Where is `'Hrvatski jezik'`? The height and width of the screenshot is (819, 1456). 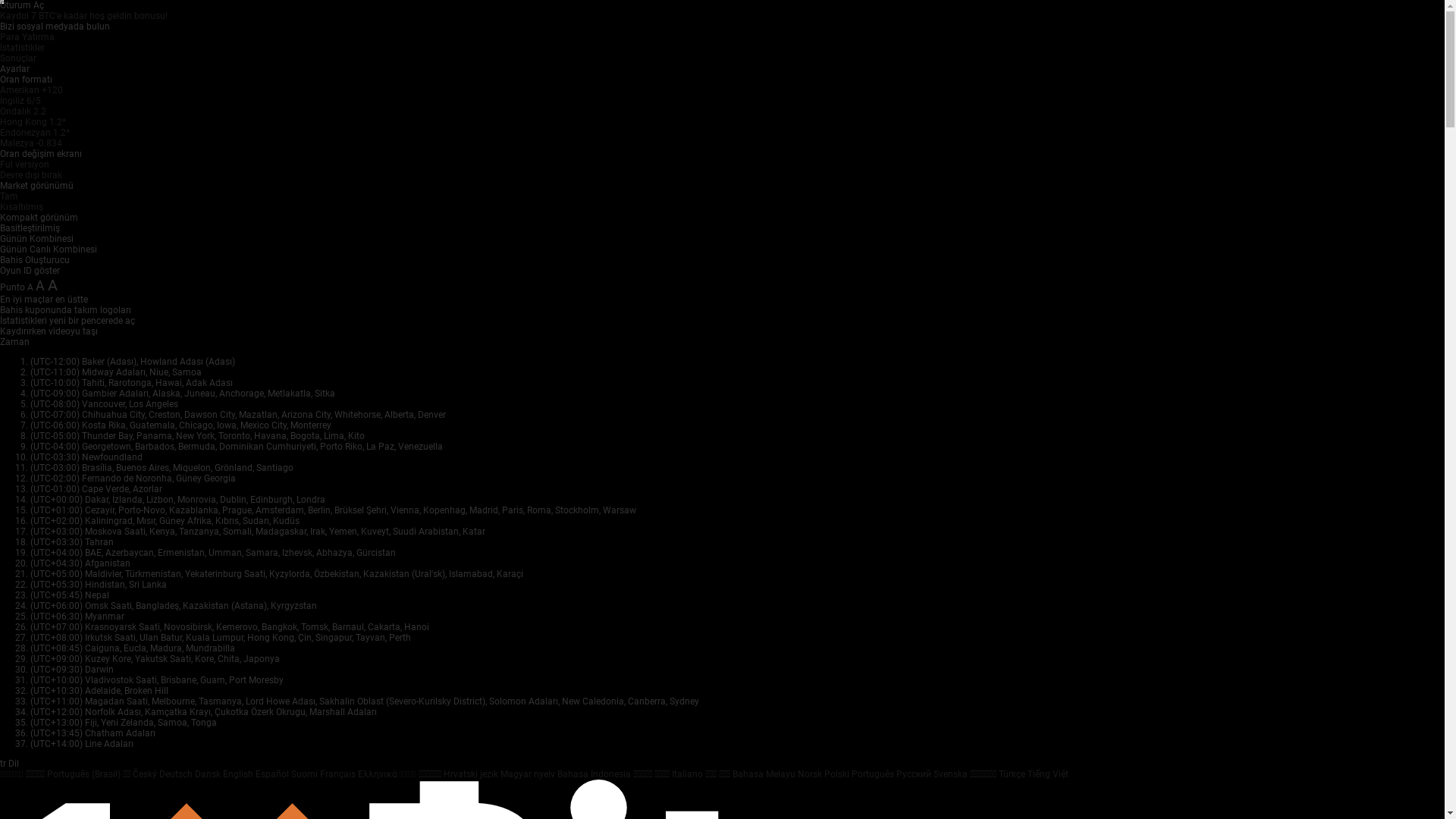
'Hrvatski jezik' is located at coordinates (471, 774).